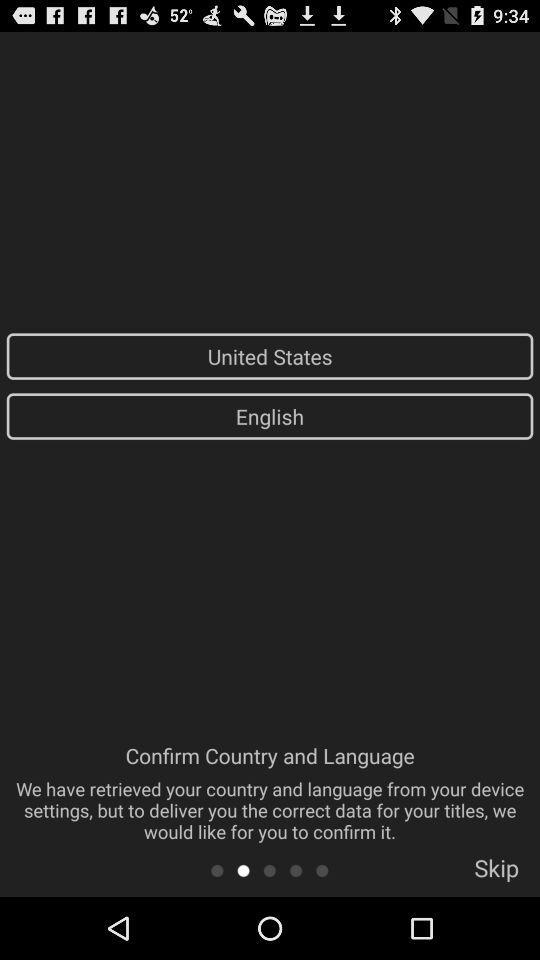  What do you see at coordinates (243, 869) in the screenshot?
I see `app below confirm country and` at bounding box center [243, 869].